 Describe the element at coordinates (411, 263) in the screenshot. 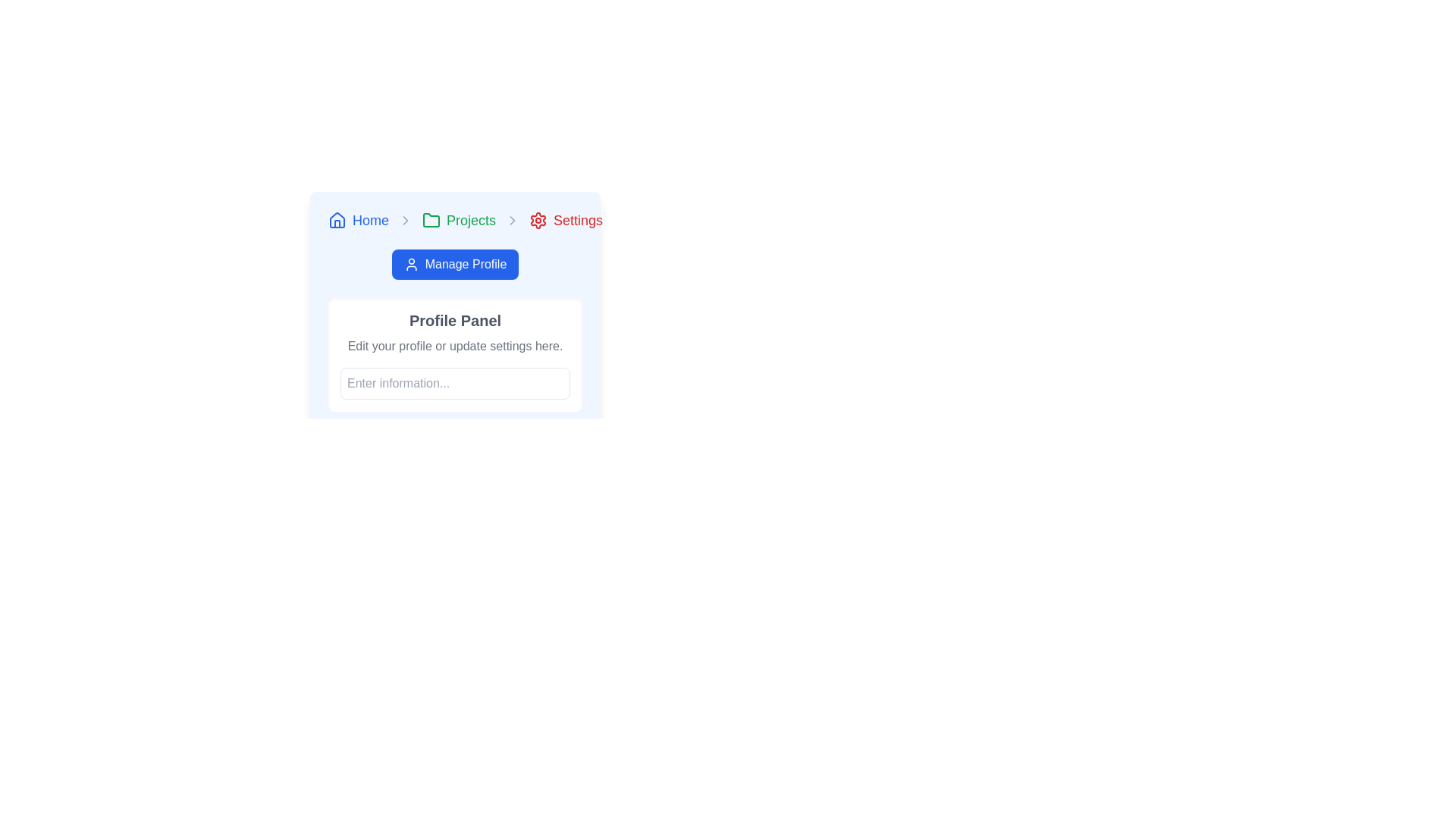

I see `the person icon within the 'Manage Profile' button, which is represented by a line drawing and circular head, located centrally near the top of the component layout` at that location.